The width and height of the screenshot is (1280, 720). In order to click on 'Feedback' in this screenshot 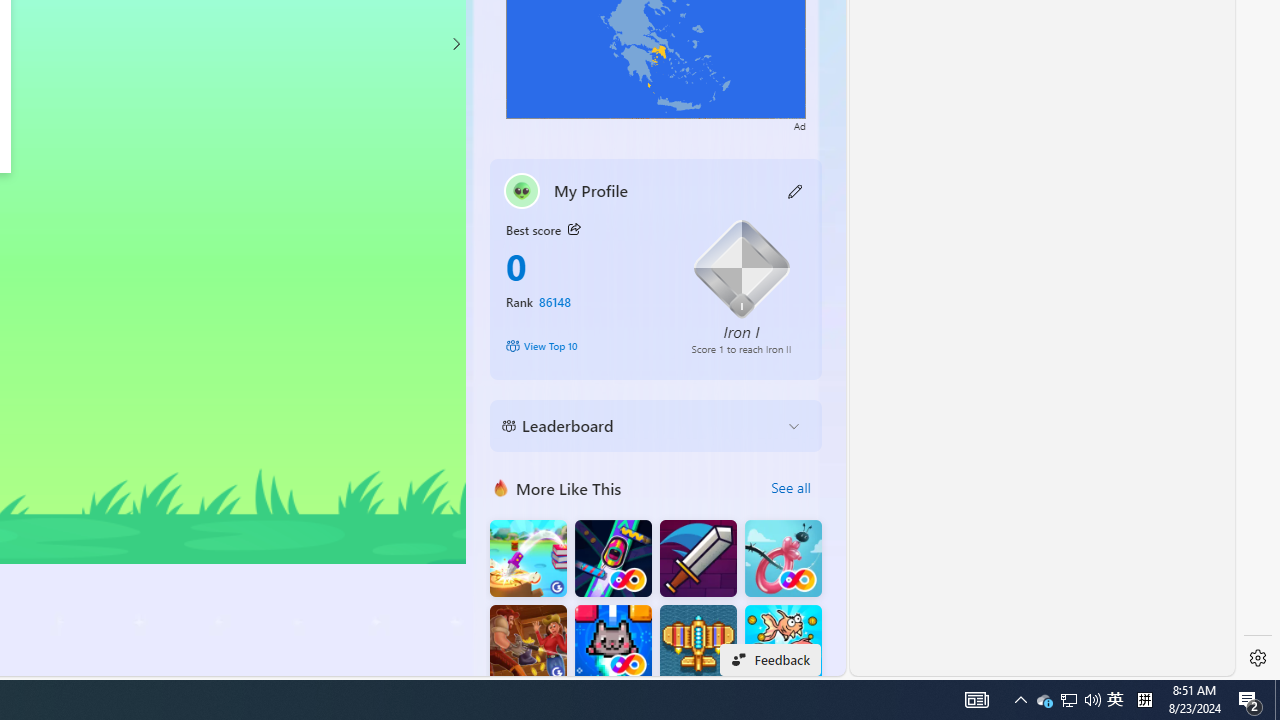, I will do `click(768, 659)`.